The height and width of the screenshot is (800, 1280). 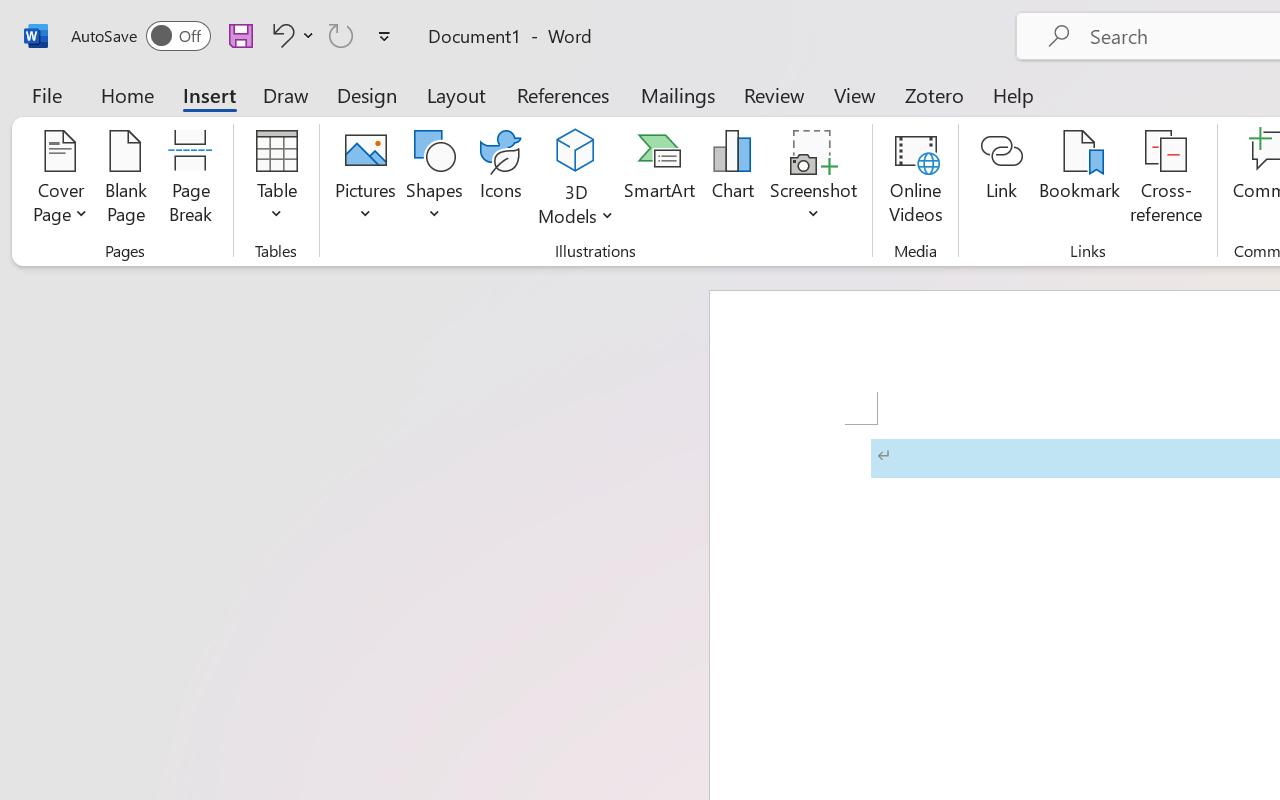 I want to click on 'Can', so click(x=341, y=34).